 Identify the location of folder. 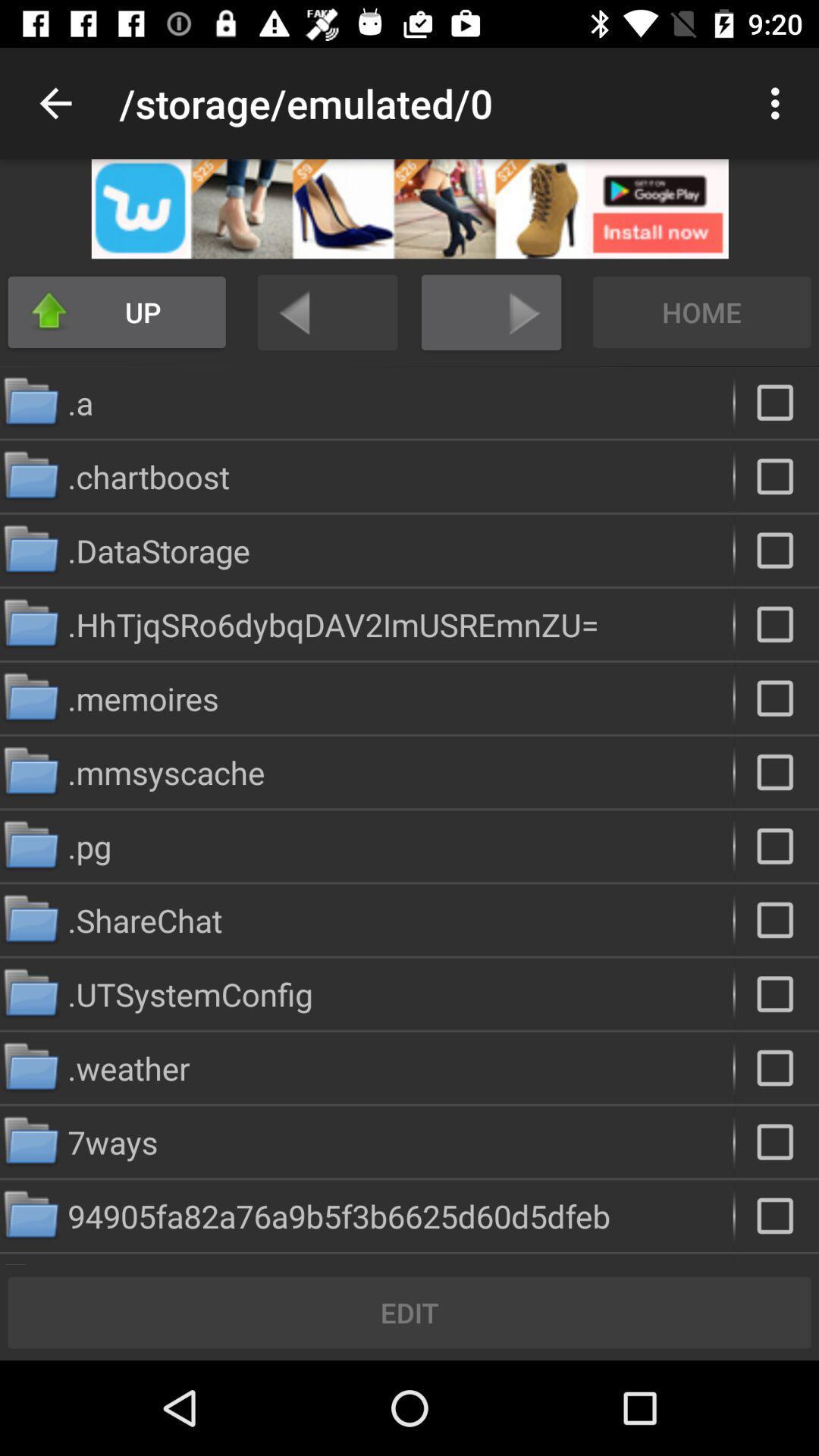
(777, 846).